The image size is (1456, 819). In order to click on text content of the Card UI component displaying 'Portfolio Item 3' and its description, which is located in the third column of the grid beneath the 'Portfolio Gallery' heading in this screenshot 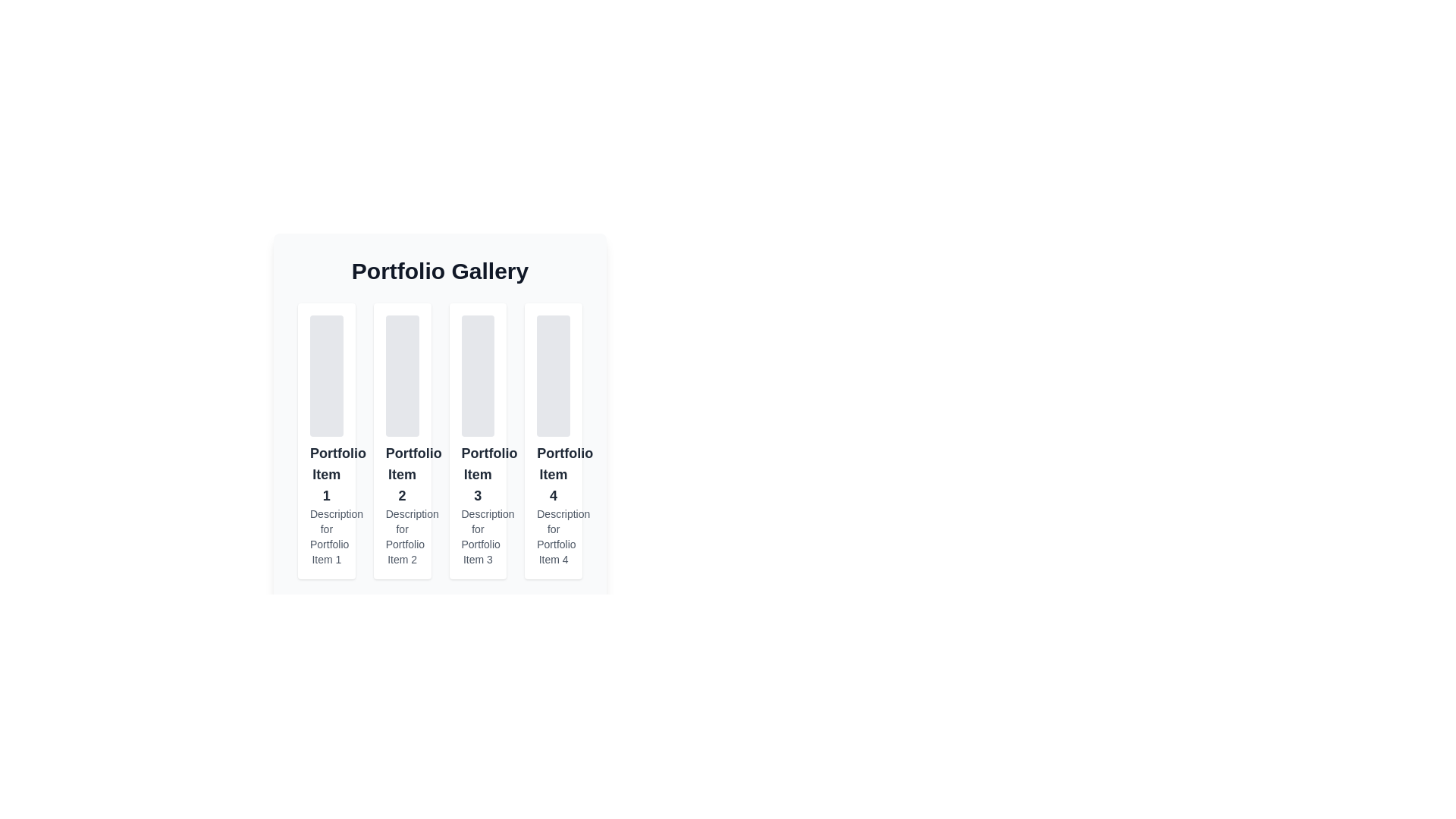, I will do `click(477, 441)`.